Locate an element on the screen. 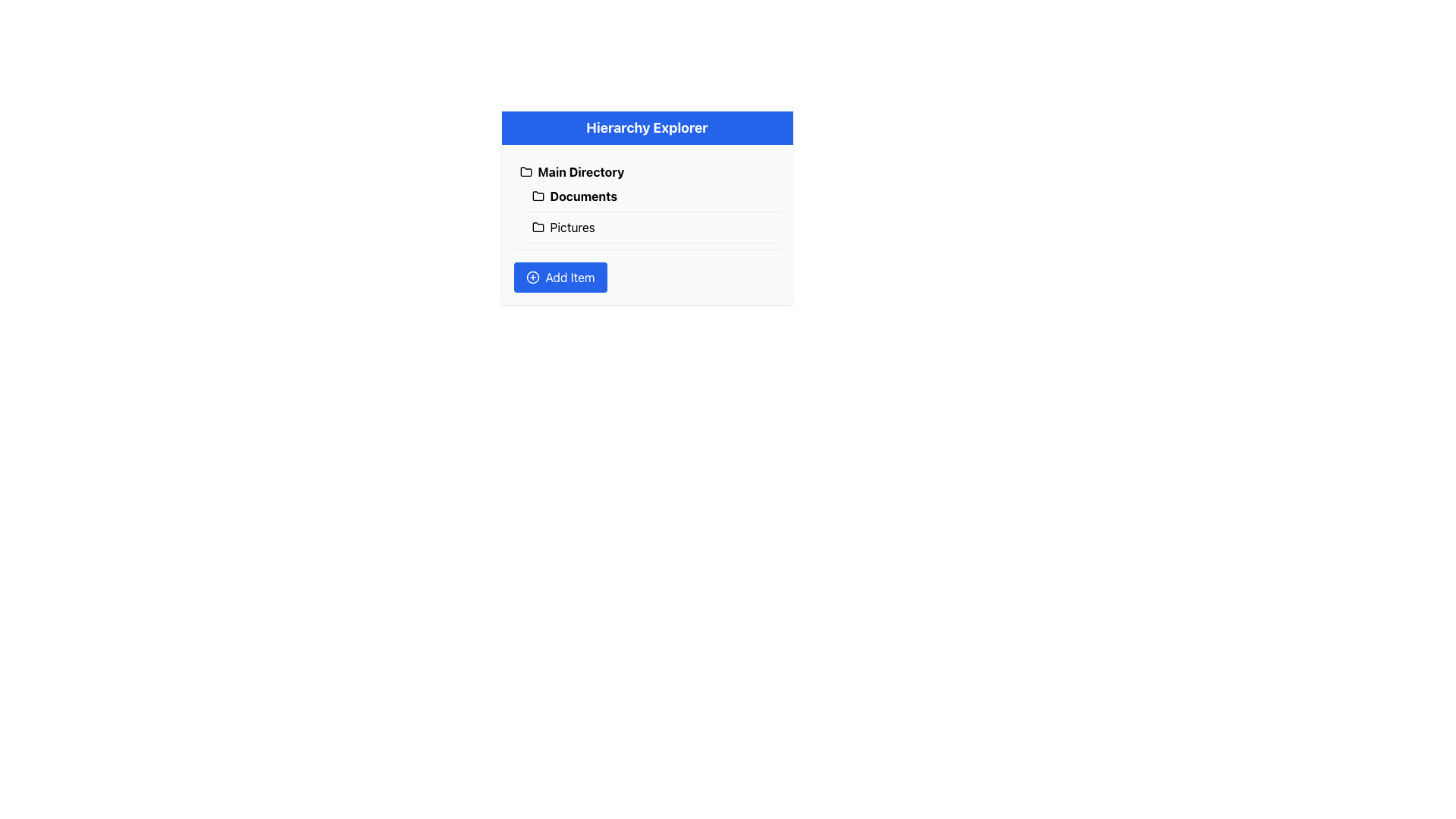 This screenshot has width=1456, height=819. the bold text 'Main Directory' is located at coordinates (580, 171).